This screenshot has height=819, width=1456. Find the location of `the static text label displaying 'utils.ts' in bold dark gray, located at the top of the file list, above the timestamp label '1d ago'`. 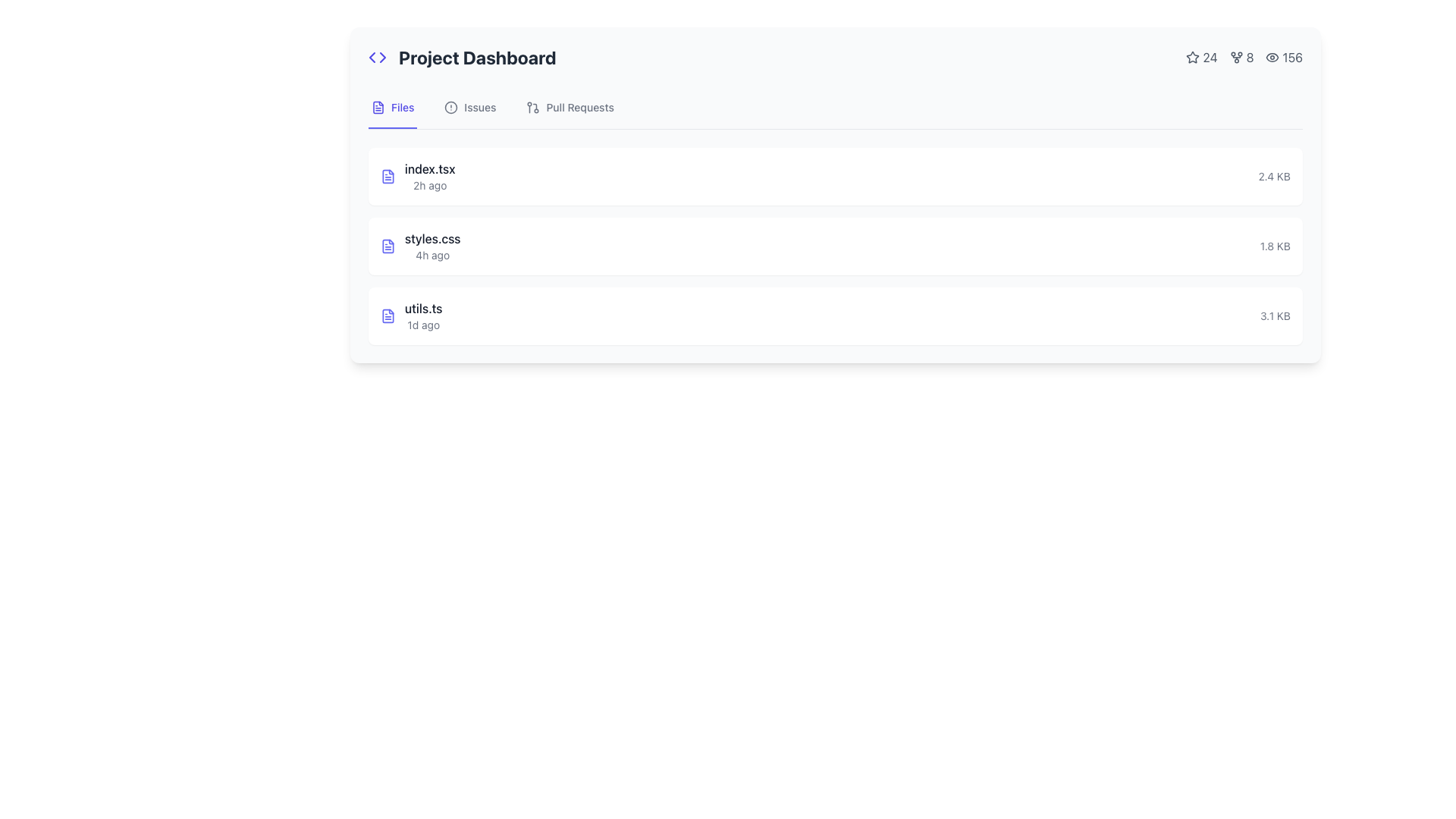

the static text label displaying 'utils.ts' in bold dark gray, located at the top of the file list, above the timestamp label '1d ago' is located at coordinates (423, 308).